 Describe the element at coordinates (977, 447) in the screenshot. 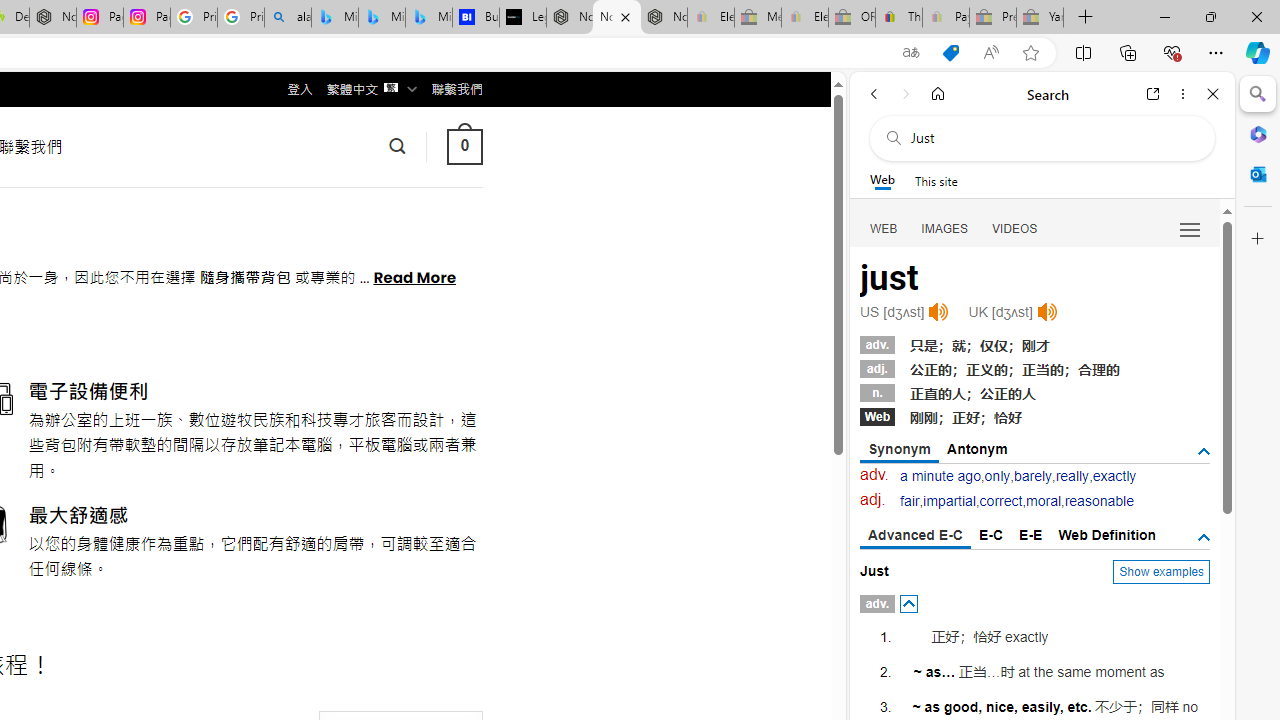

I see `'Antonym'` at that location.